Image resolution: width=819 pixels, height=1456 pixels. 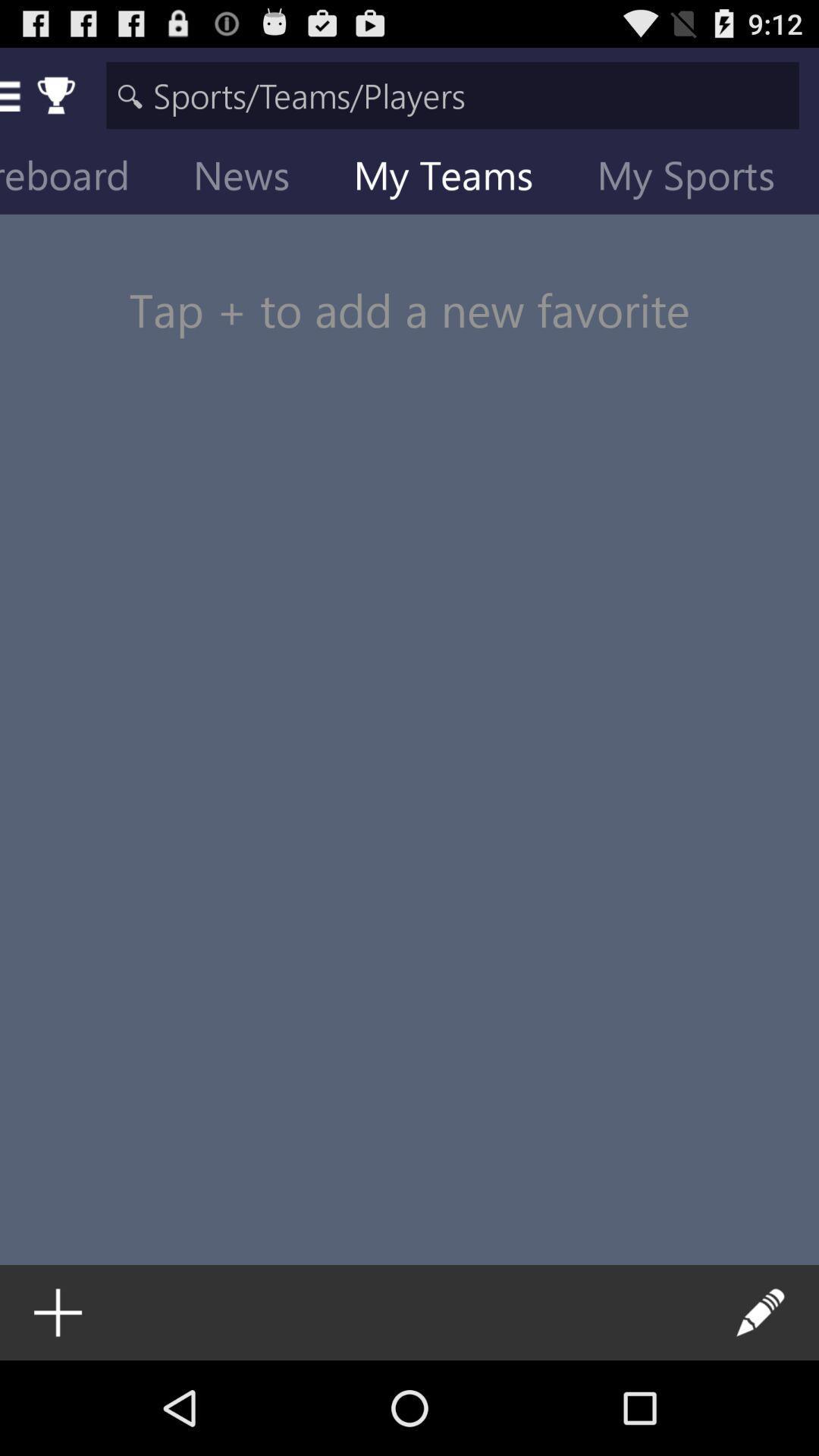 What do you see at coordinates (452, 94) in the screenshot?
I see `area for entered text for a search` at bounding box center [452, 94].